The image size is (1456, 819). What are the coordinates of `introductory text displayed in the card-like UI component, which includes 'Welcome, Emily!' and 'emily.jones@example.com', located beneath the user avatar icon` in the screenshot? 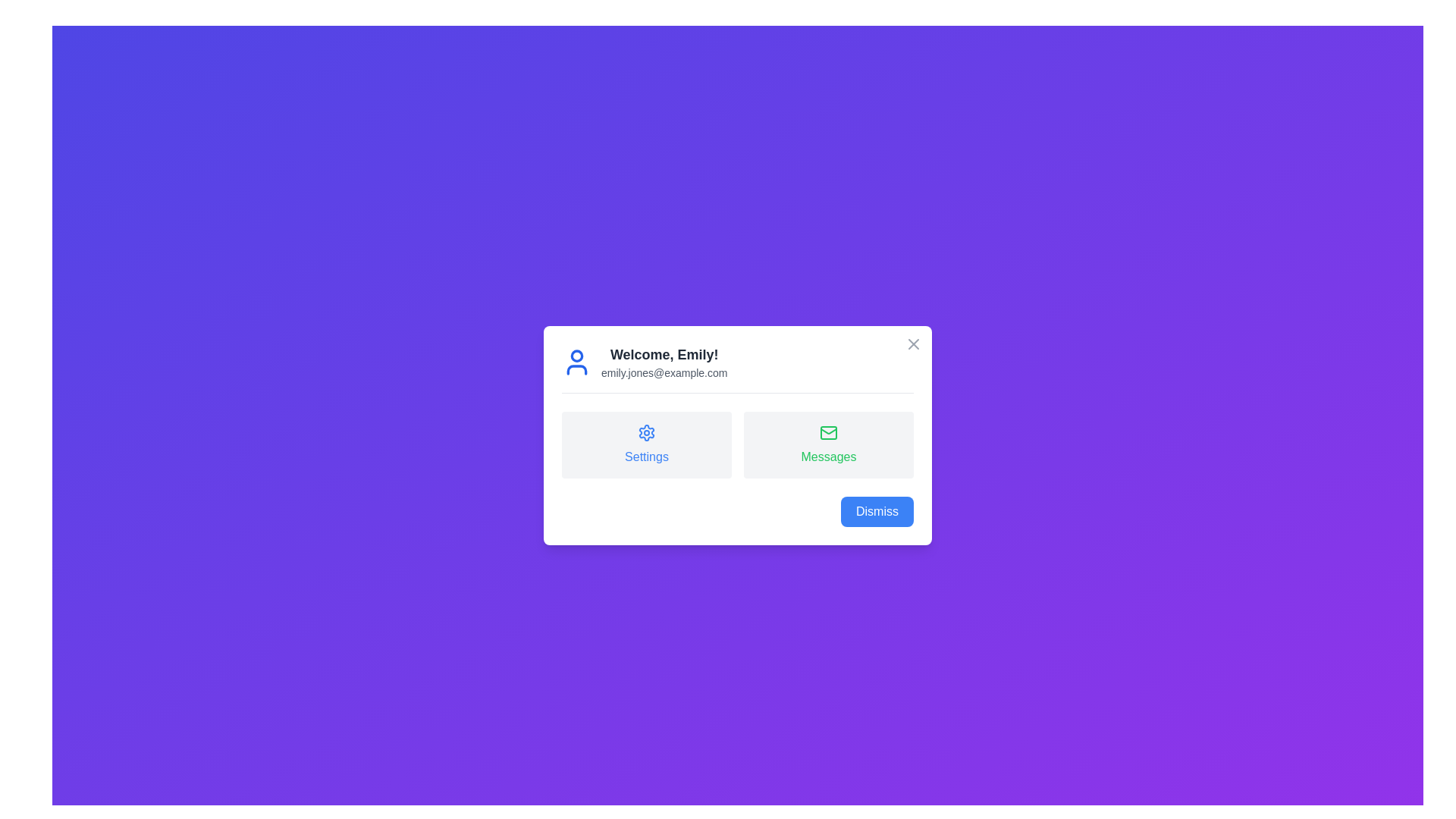 It's located at (664, 362).